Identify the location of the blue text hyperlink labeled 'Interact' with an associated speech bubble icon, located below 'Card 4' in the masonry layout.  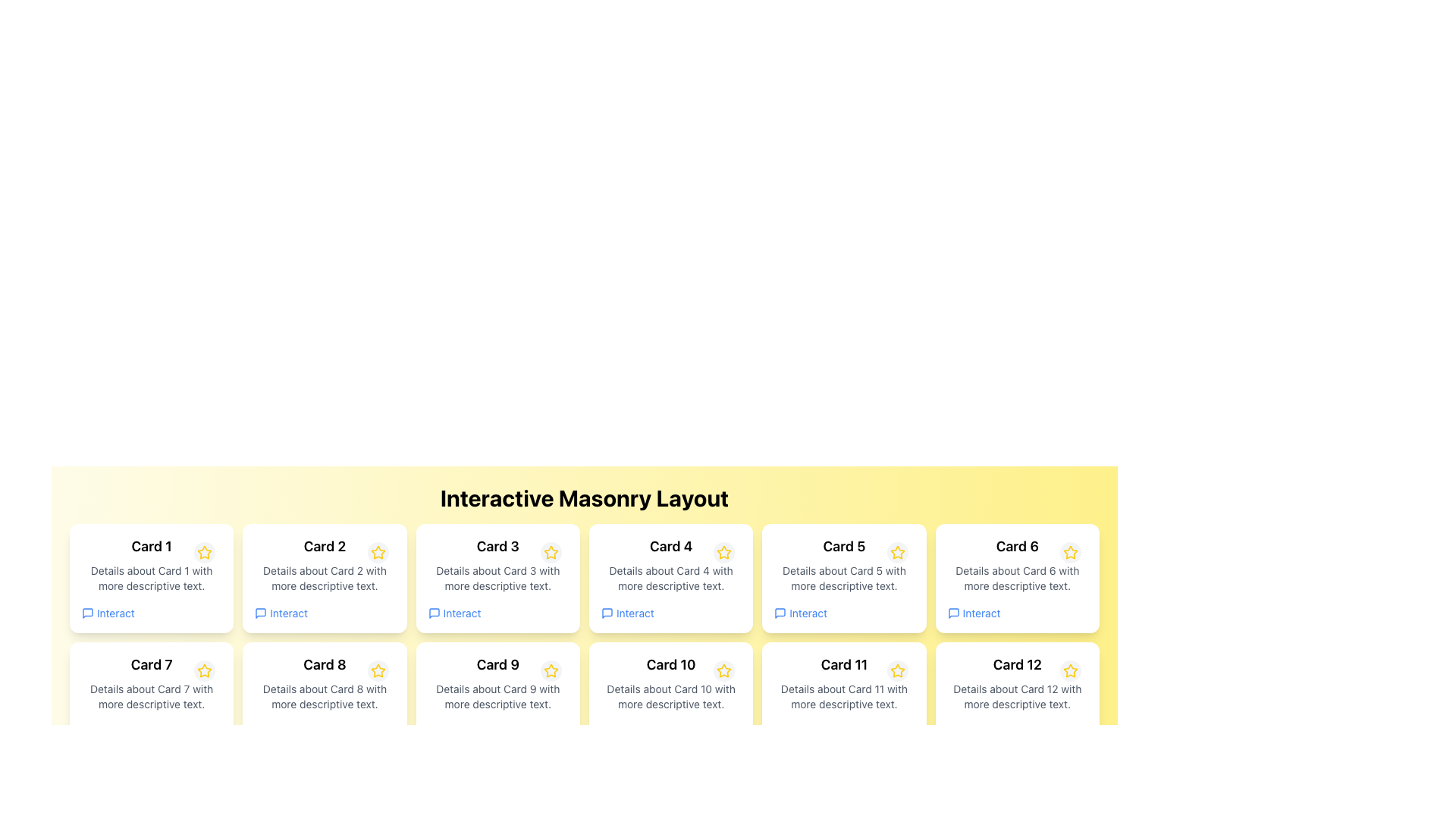
(627, 613).